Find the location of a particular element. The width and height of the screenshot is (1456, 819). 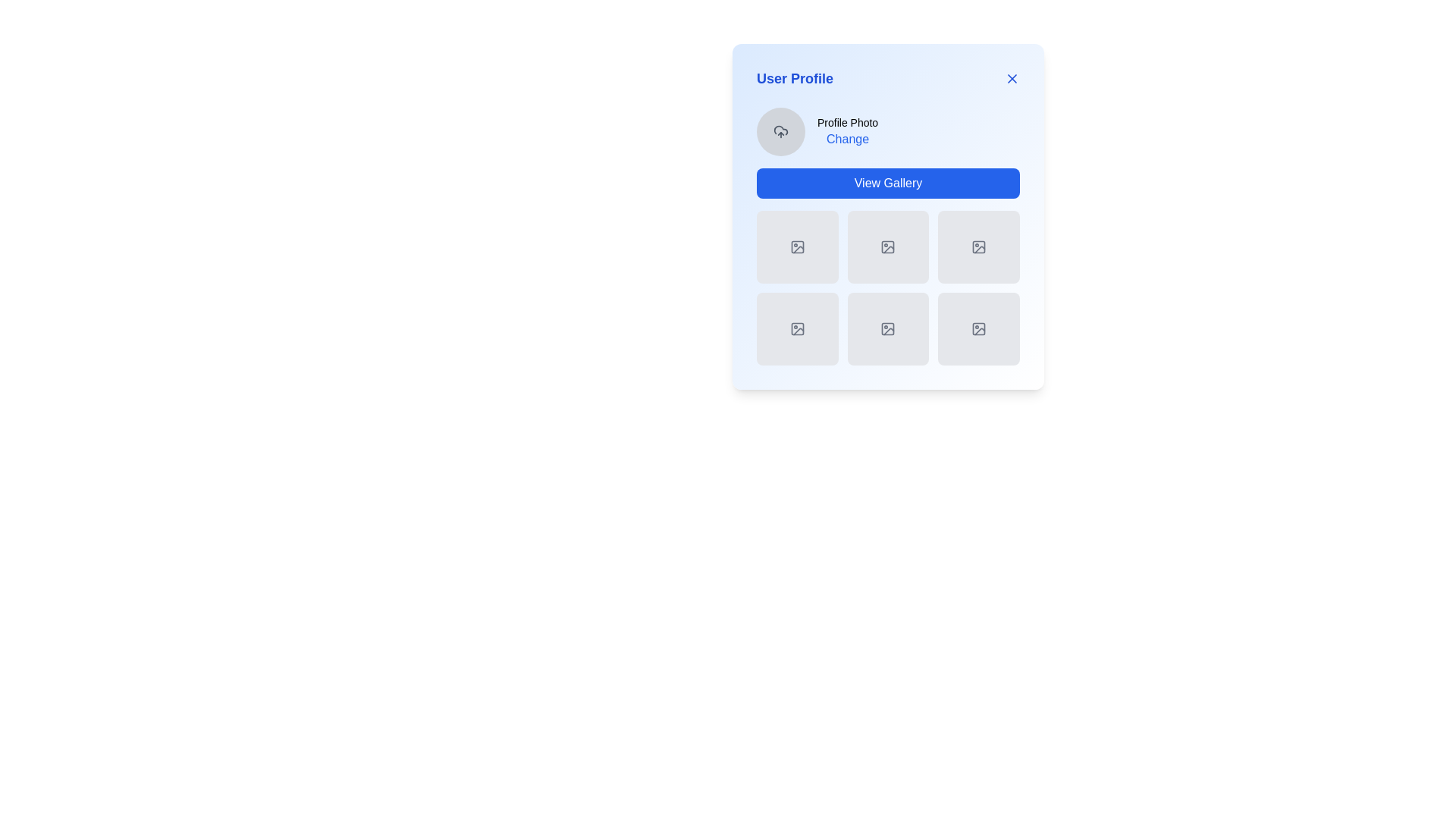

the image placeholder icon located in the second row, second column of the 3x3 grid, beneath the 'View Gallery' button is located at coordinates (888, 246).